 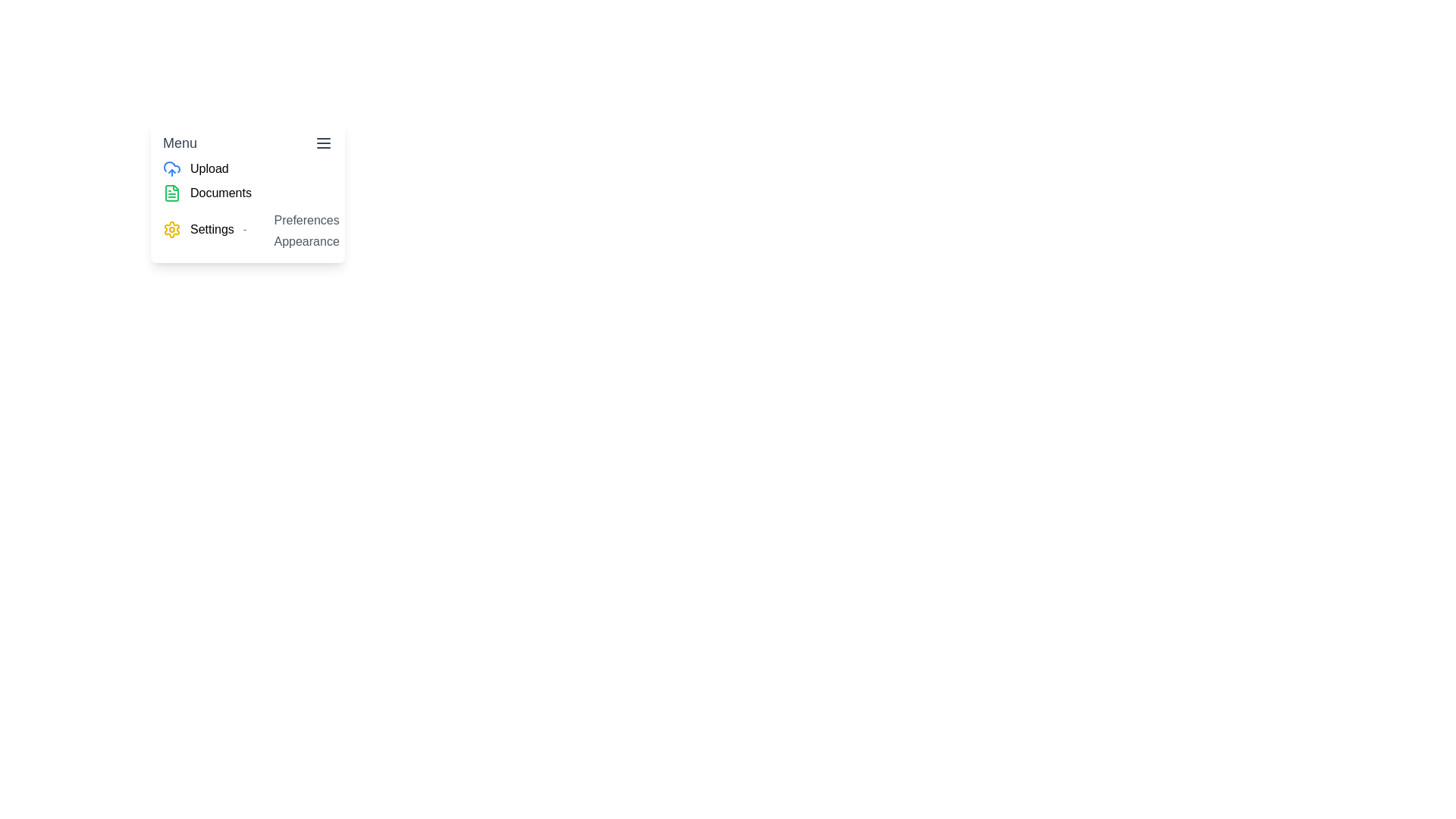 What do you see at coordinates (208, 169) in the screenshot?
I see `the bold 'Upload' text label located in the submenu beneath the 'Menu' label` at bounding box center [208, 169].